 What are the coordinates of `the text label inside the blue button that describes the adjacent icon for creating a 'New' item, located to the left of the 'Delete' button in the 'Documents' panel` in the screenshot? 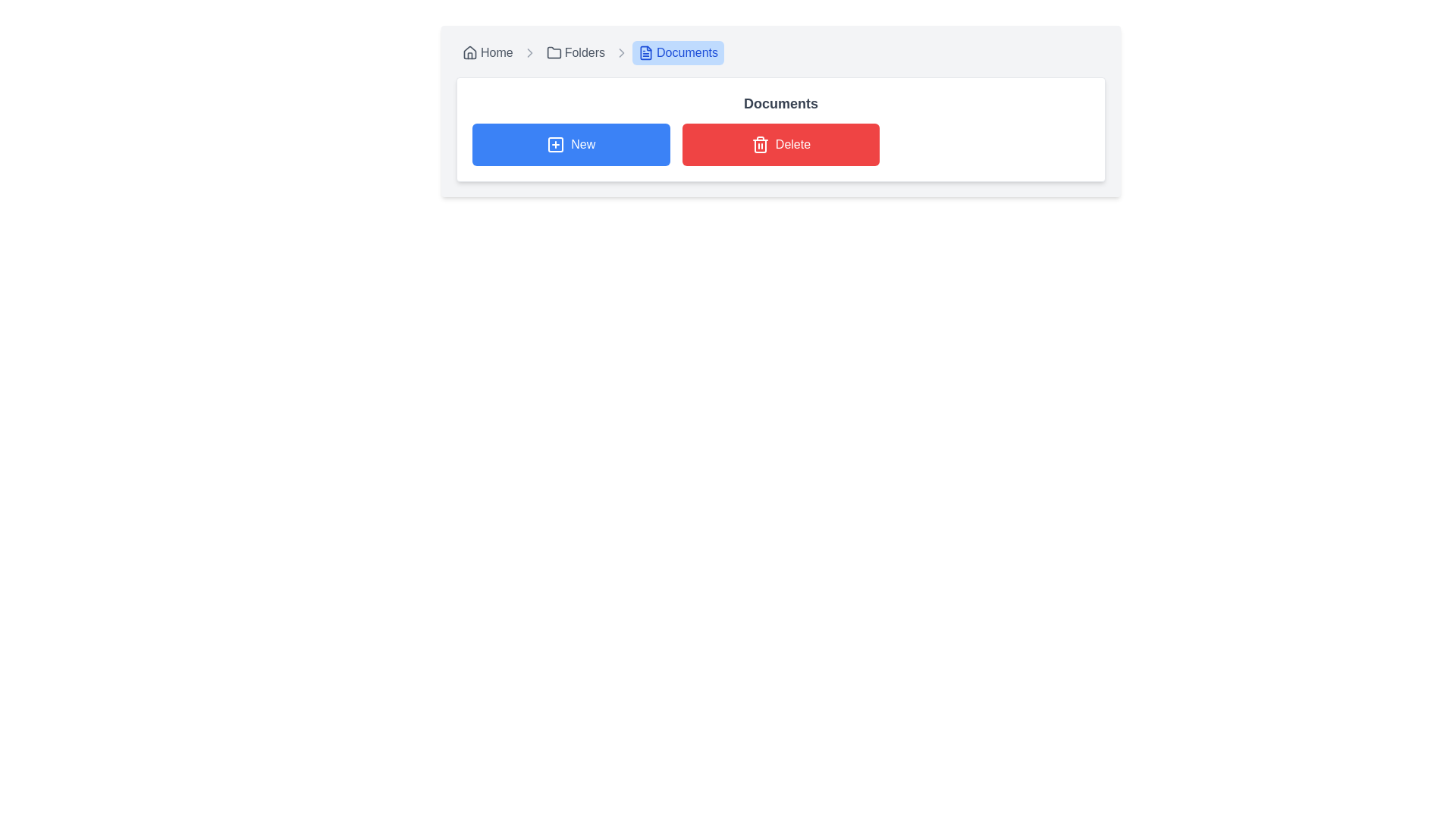 It's located at (582, 145).